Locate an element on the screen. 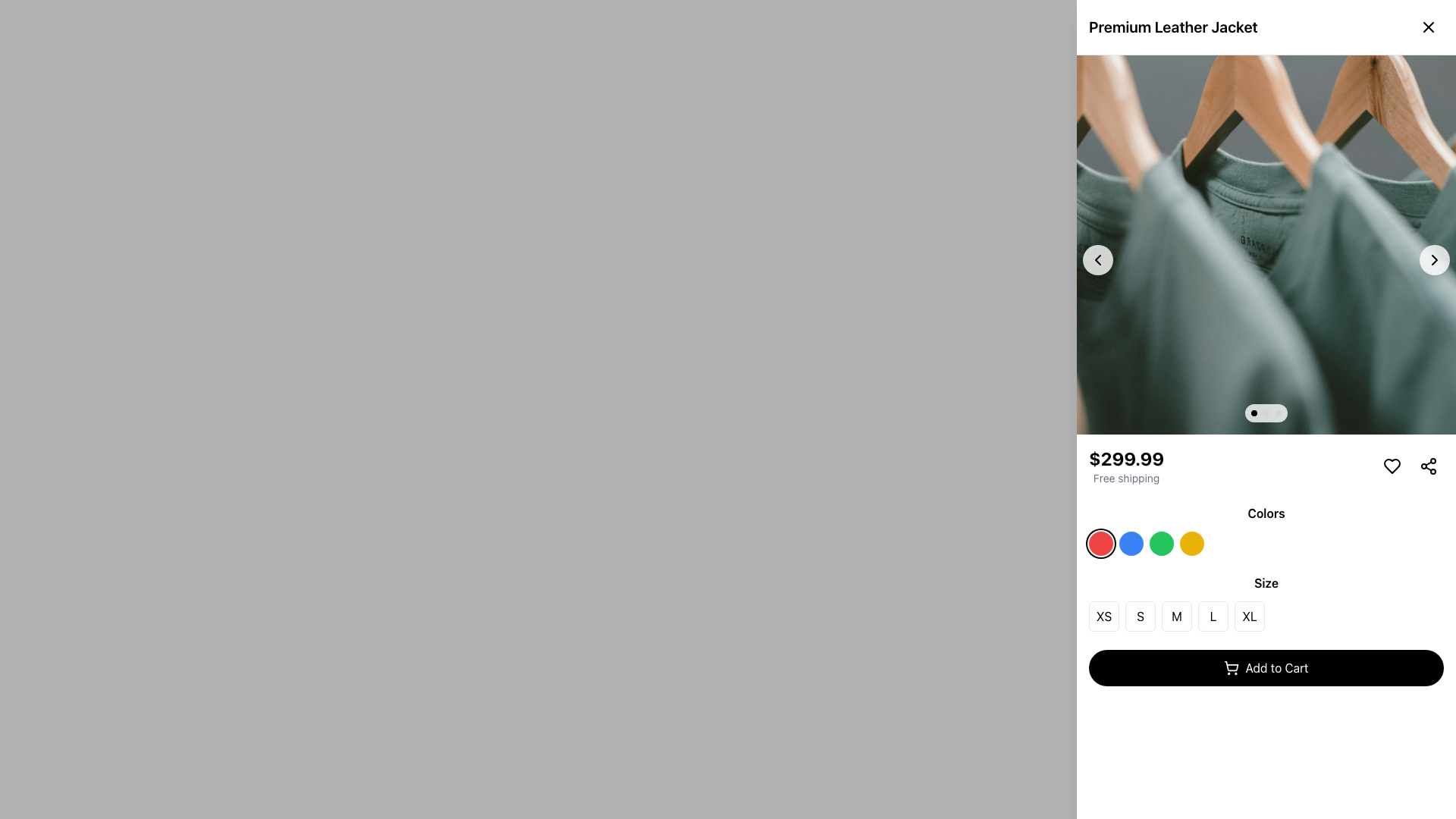 The image size is (1456, 819). the middle gray dot of the page indicator is located at coordinates (1266, 413).